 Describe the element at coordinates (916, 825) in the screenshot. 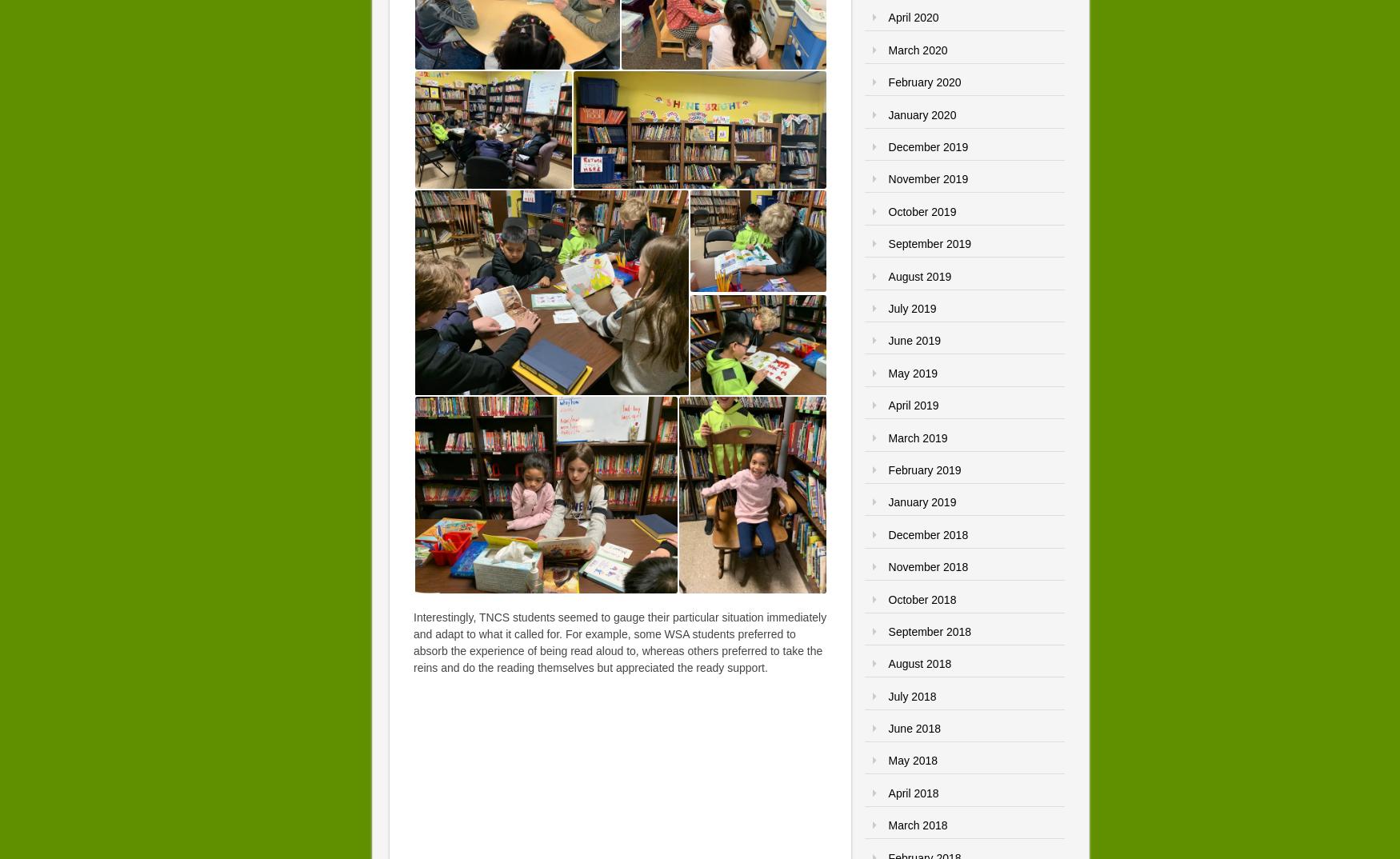

I see `'March 2018'` at that location.